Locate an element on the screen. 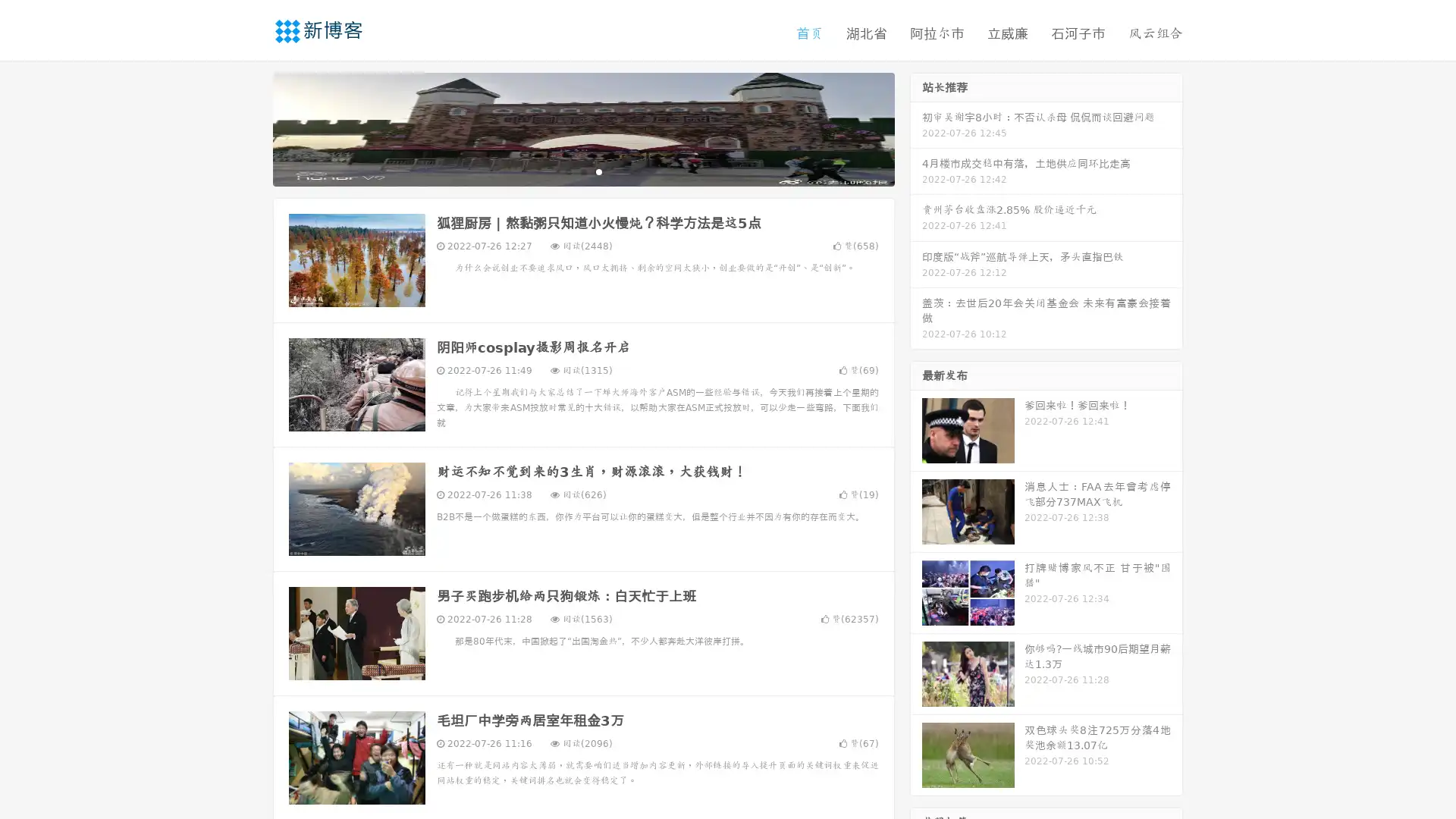 This screenshot has height=819, width=1456. Go to slide 3 is located at coordinates (598, 171).